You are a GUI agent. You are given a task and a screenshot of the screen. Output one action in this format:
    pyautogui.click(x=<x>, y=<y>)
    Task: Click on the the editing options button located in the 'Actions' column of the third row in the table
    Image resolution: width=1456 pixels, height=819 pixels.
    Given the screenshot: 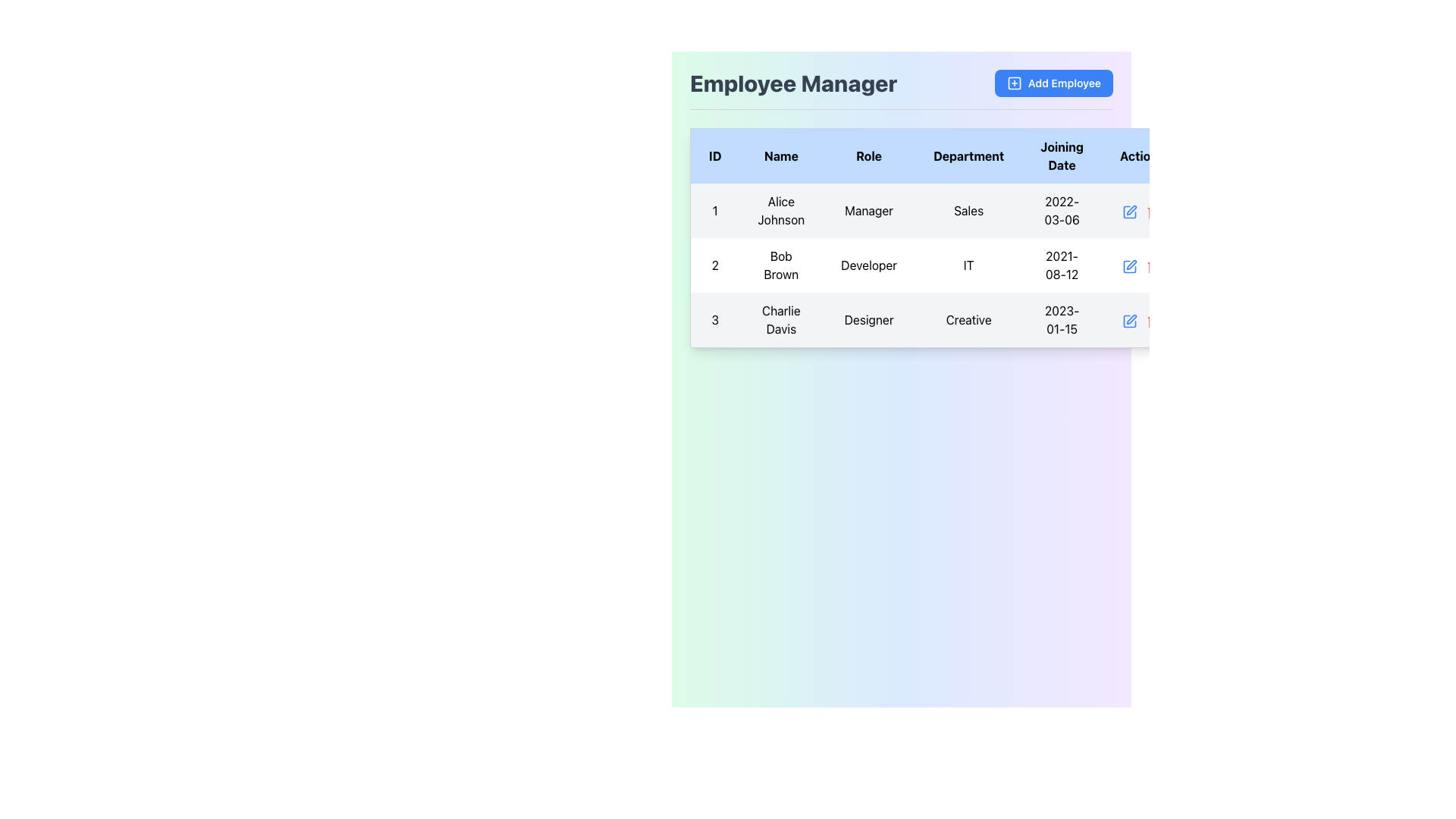 What is the action you would take?
    pyautogui.click(x=1130, y=320)
    